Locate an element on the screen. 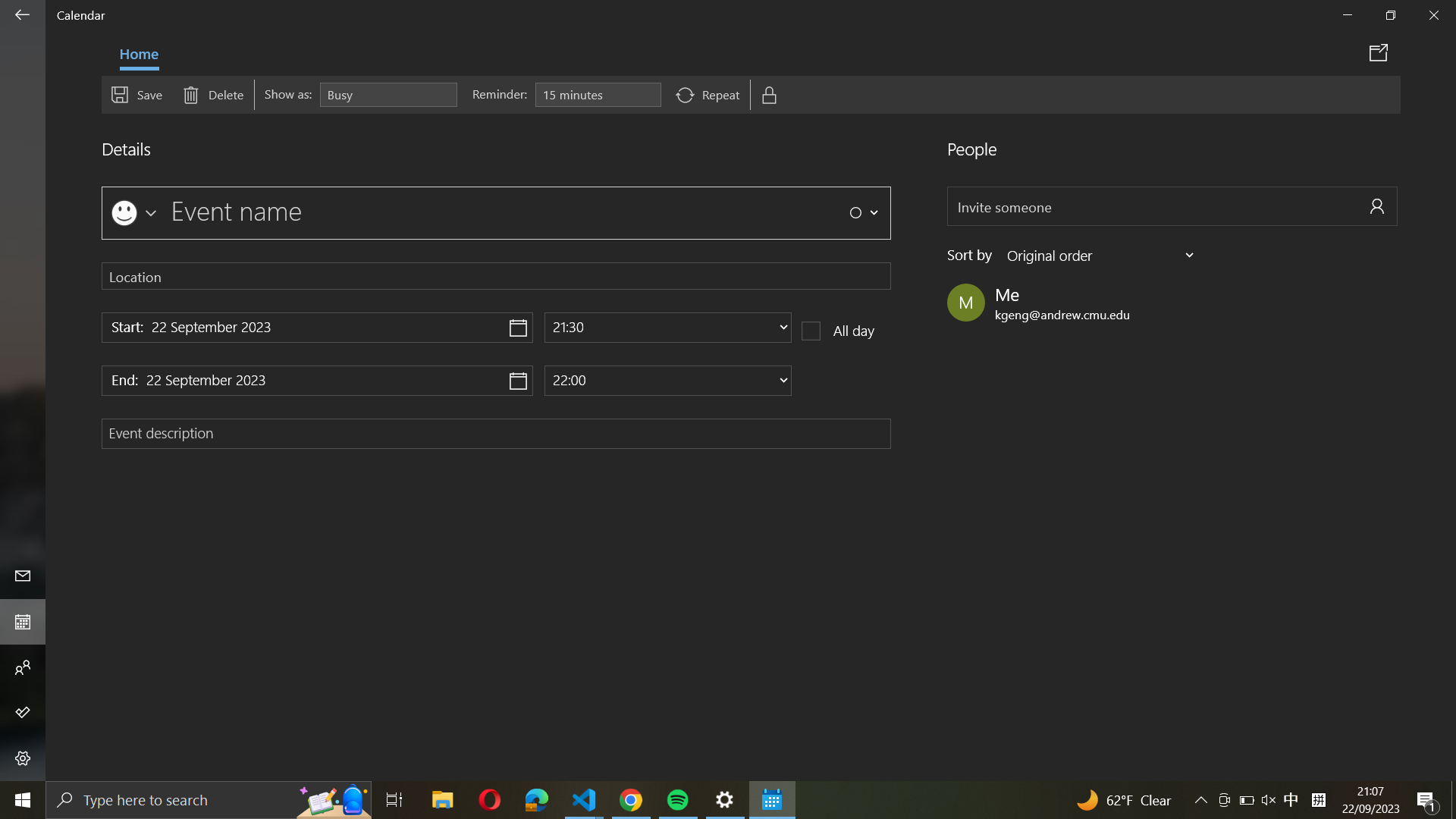  Forward the event details through email is located at coordinates (1381, 52).